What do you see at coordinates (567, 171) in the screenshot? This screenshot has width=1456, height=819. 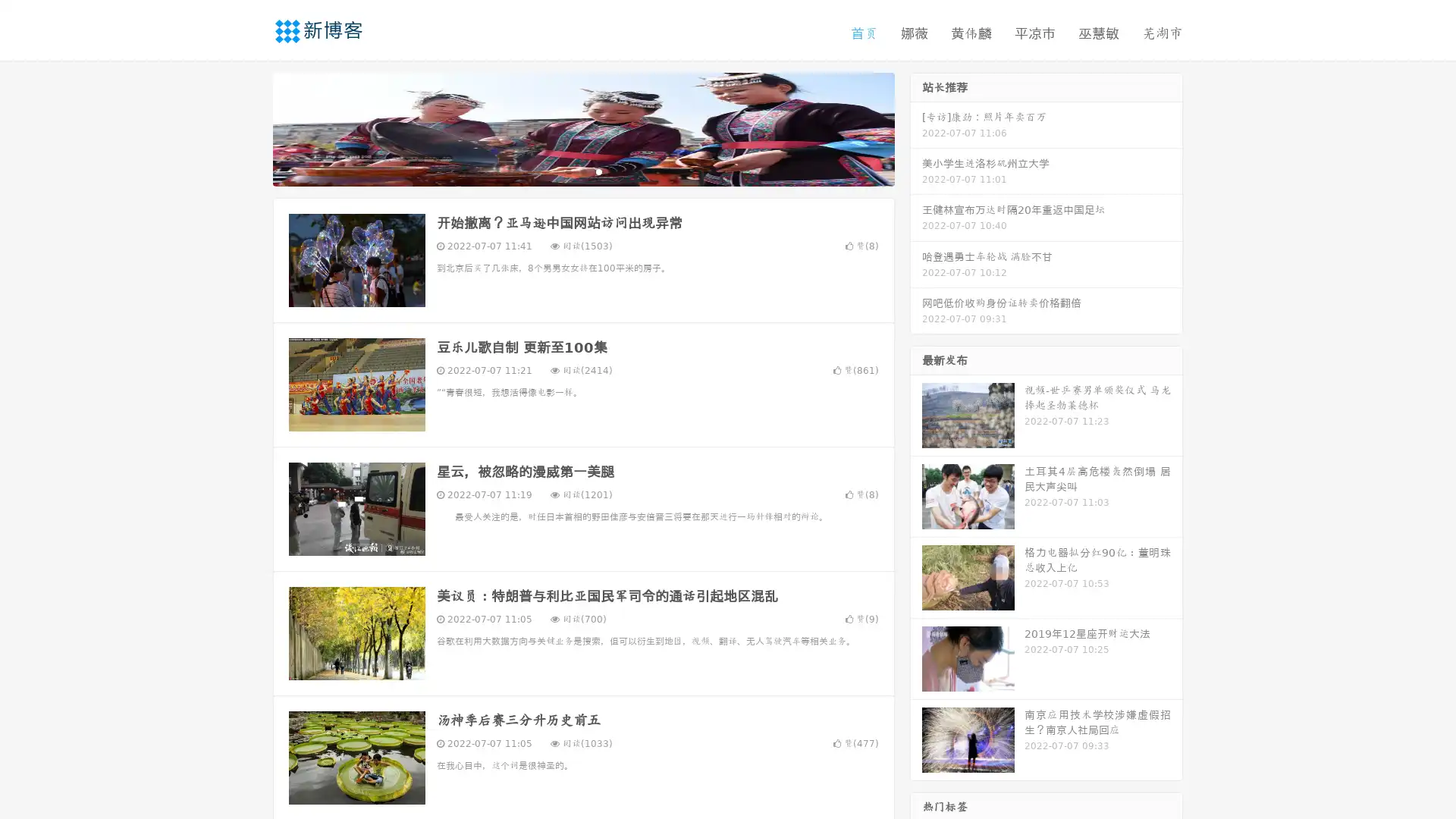 I see `Go to slide 1` at bounding box center [567, 171].